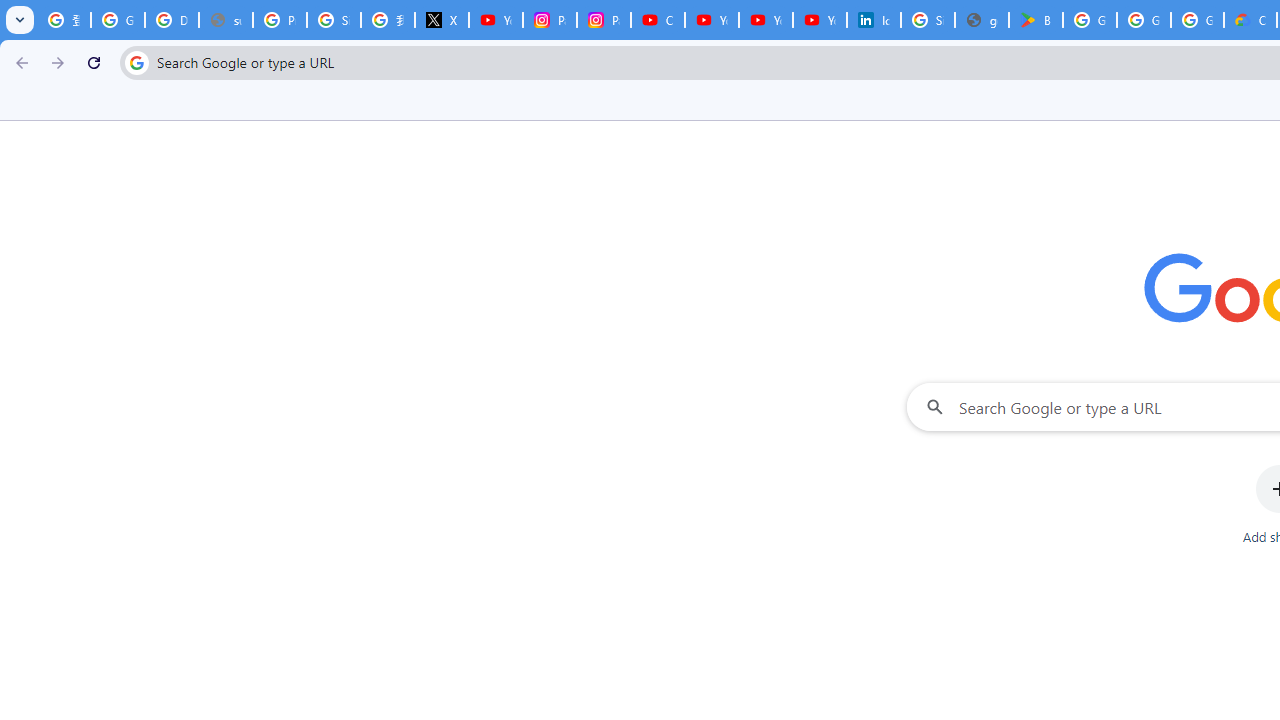 The image size is (1280, 720). Describe the element at coordinates (440, 20) in the screenshot. I see `'X'` at that location.